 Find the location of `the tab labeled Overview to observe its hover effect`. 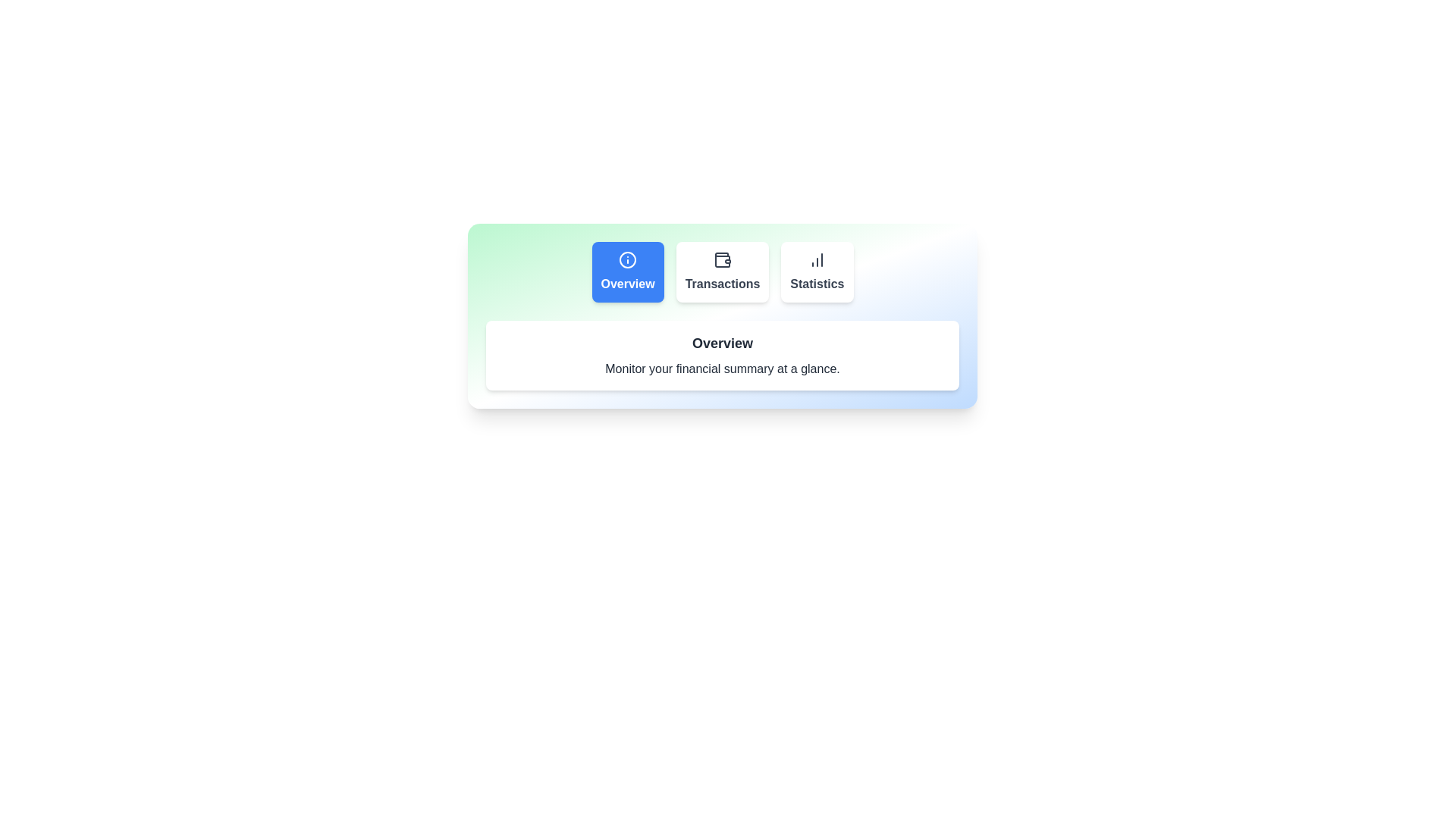

the tab labeled Overview to observe its hover effect is located at coordinates (628, 271).